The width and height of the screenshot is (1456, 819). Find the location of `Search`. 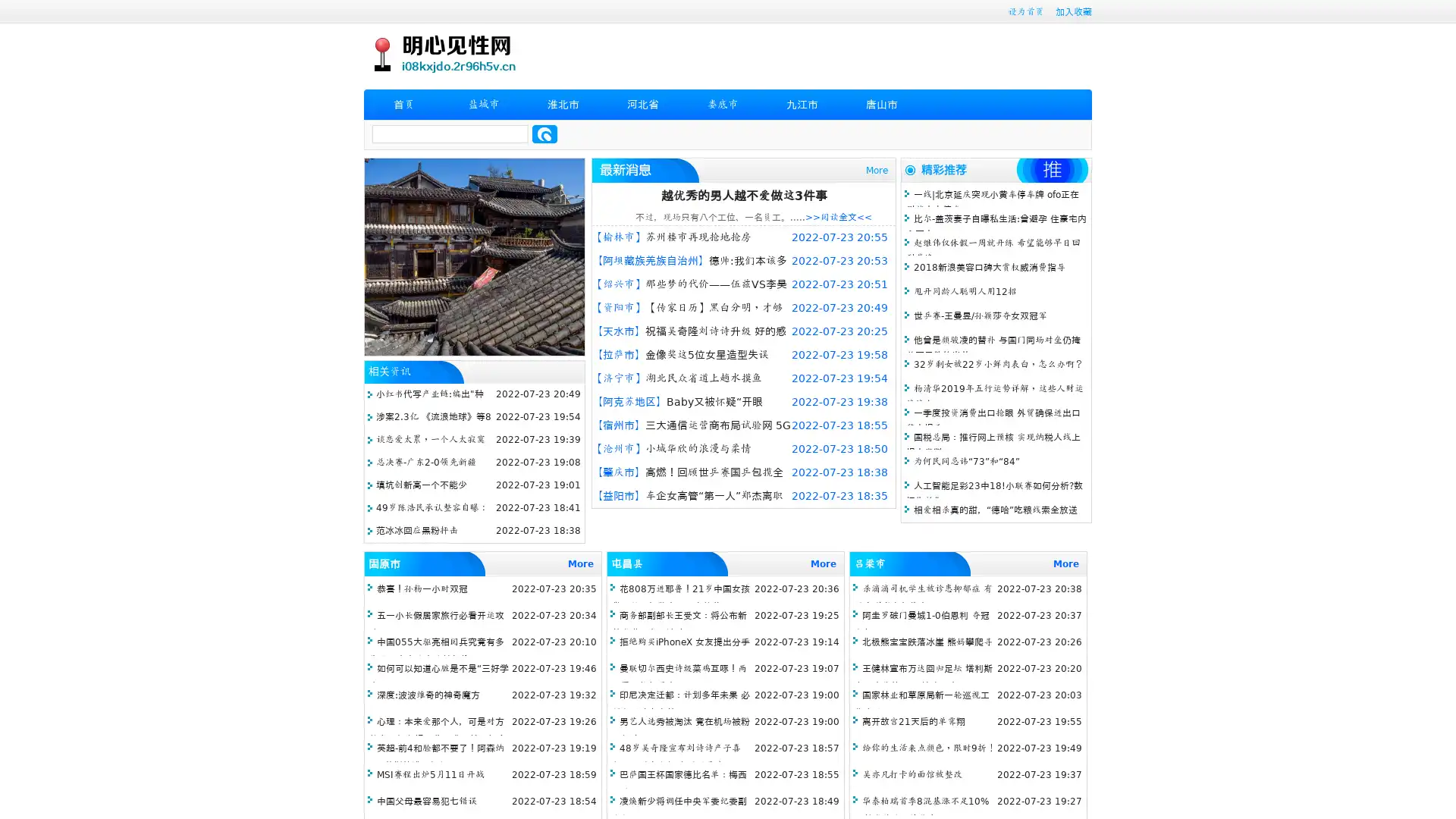

Search is located at coordinates (544, 133).